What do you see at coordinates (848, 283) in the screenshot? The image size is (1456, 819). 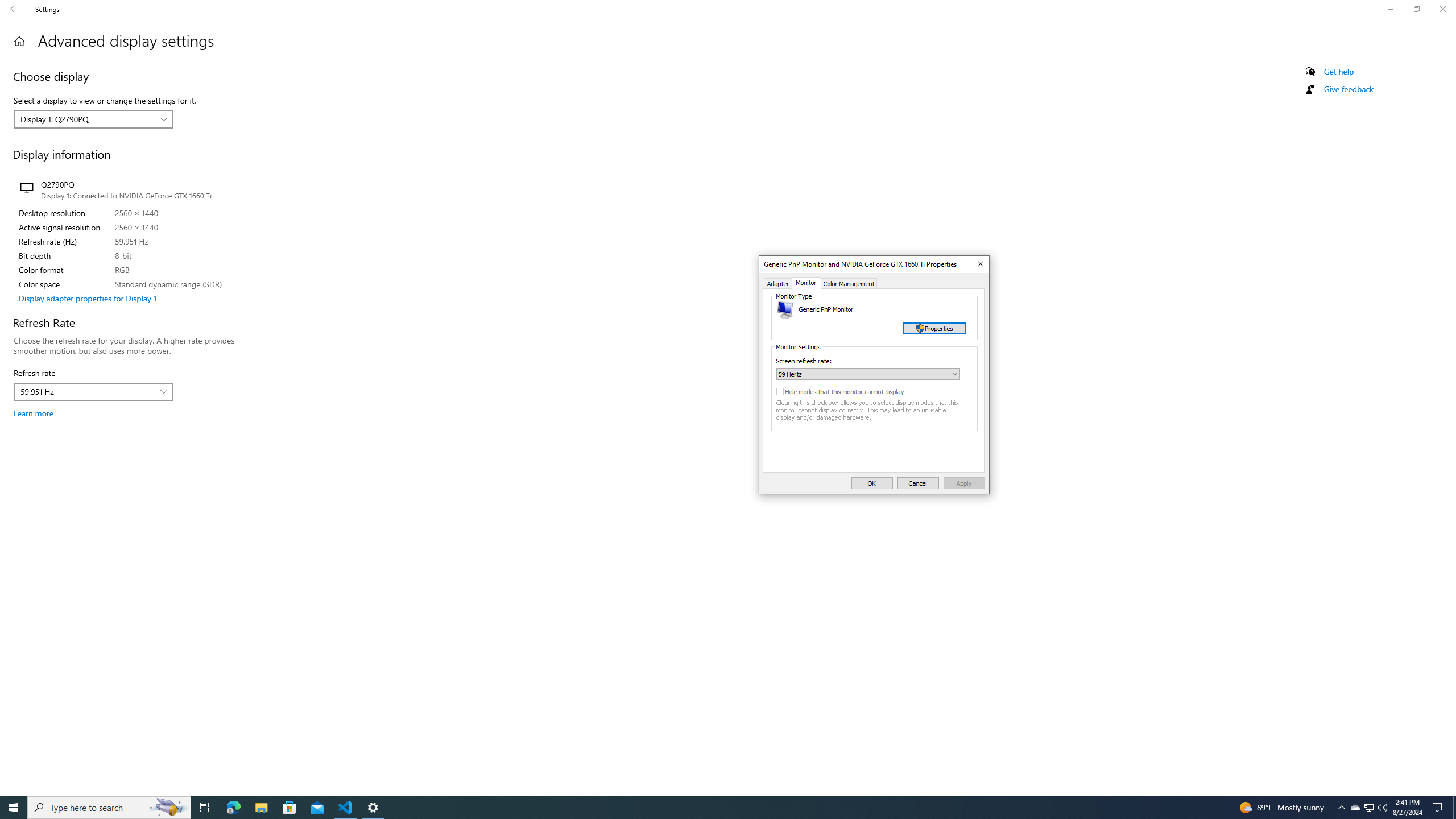 I see `'Color Management'` at bounding box center [848, 283].